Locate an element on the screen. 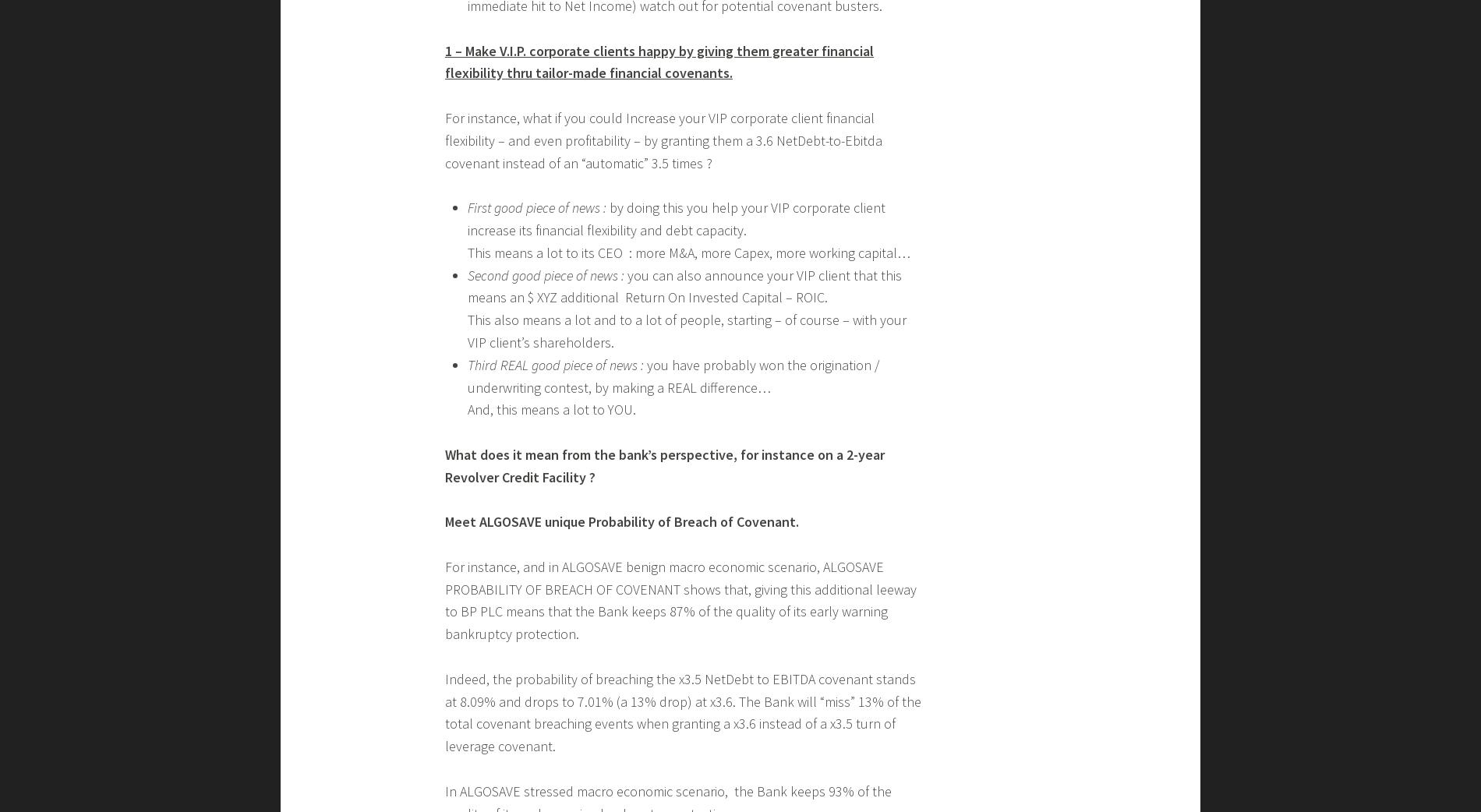 The width and height of the screenshot is (1481, 812). '1 – Make V.I.P. corporate clients happy by giving them greater financial flexibility thru tailor-made financial covenants.' is located at coordinates (659, 706).